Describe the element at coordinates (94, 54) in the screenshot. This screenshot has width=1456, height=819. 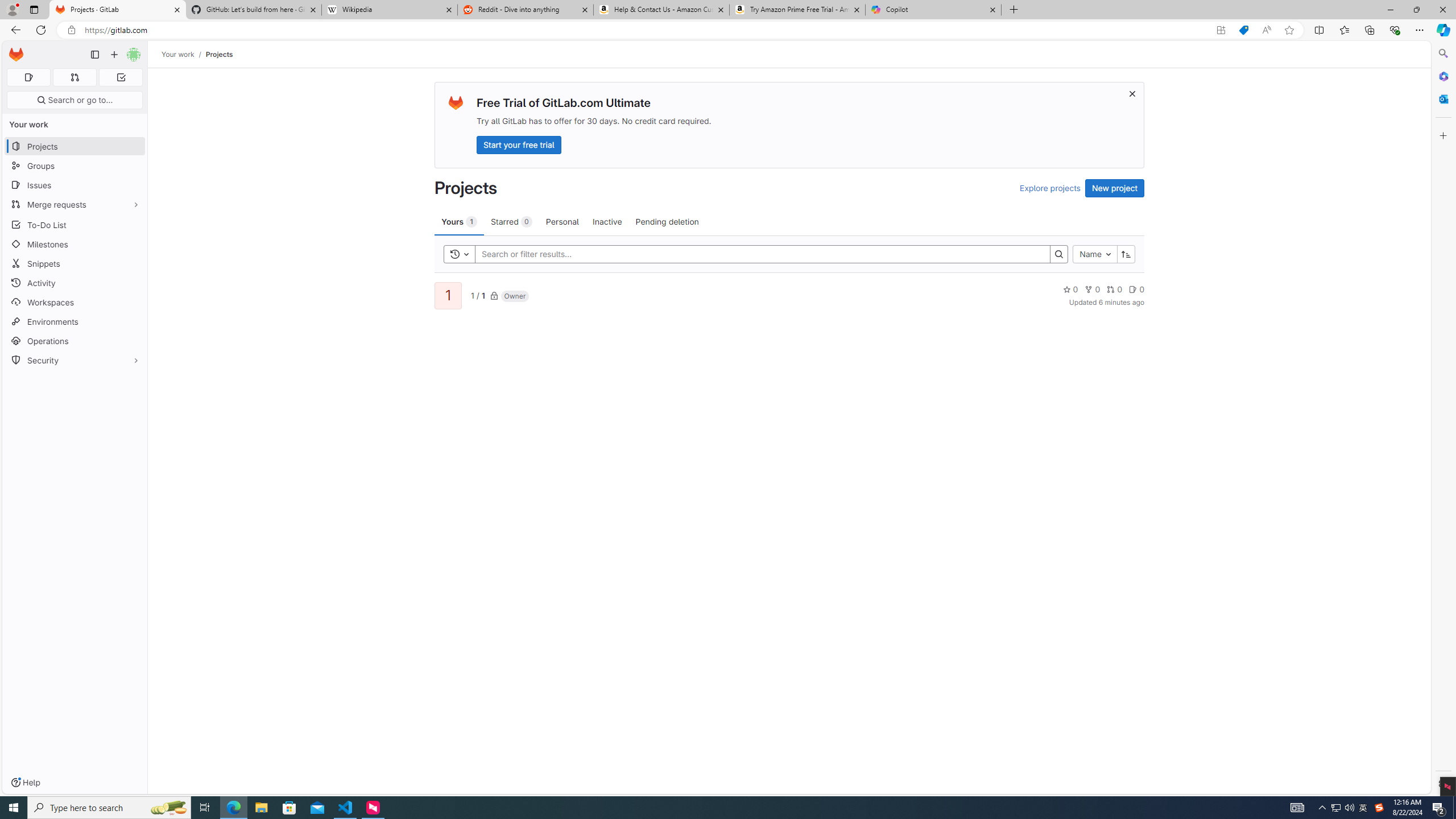
I see `'Primary navigation sidebar'` at that location.